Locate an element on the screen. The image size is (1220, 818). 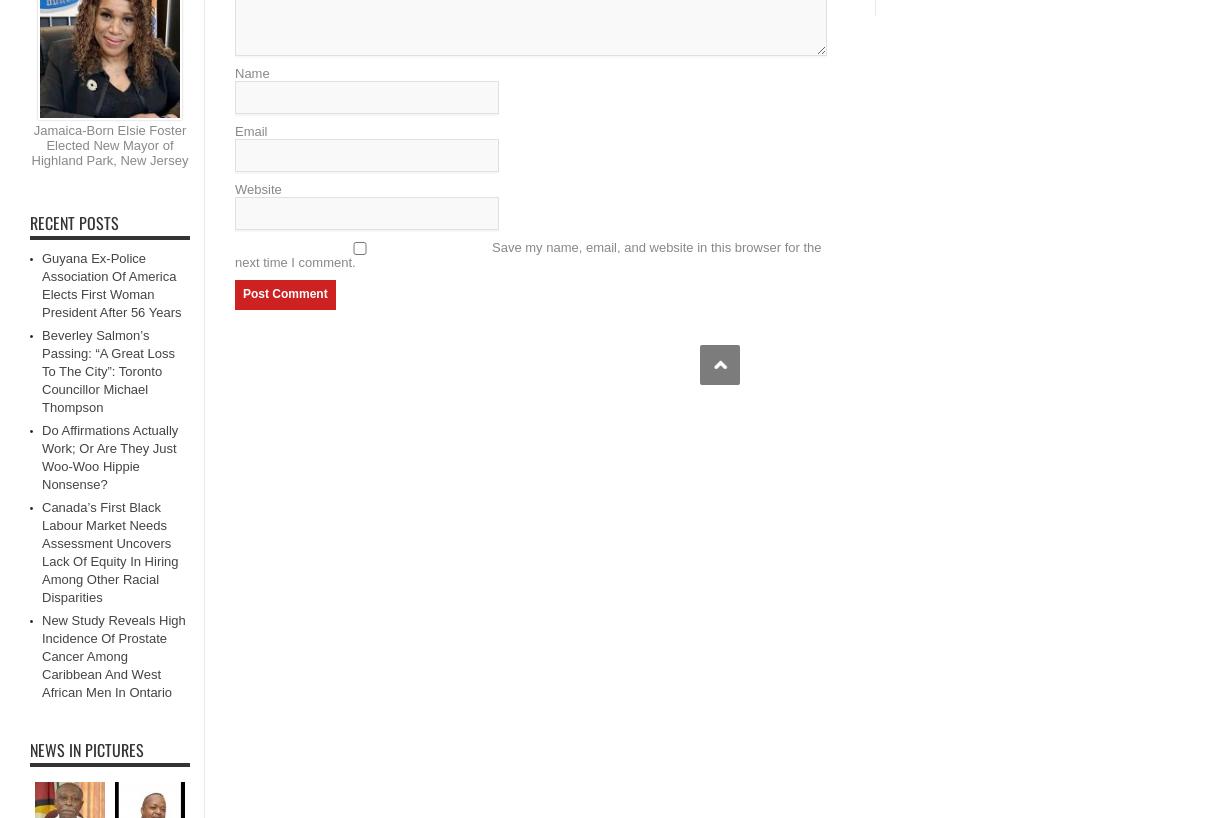
'Beverley Salmon’s Passing: “A Great Loss To The City”: Toronto Councillor Michael Thompson' is located at coordinates (107, 370).